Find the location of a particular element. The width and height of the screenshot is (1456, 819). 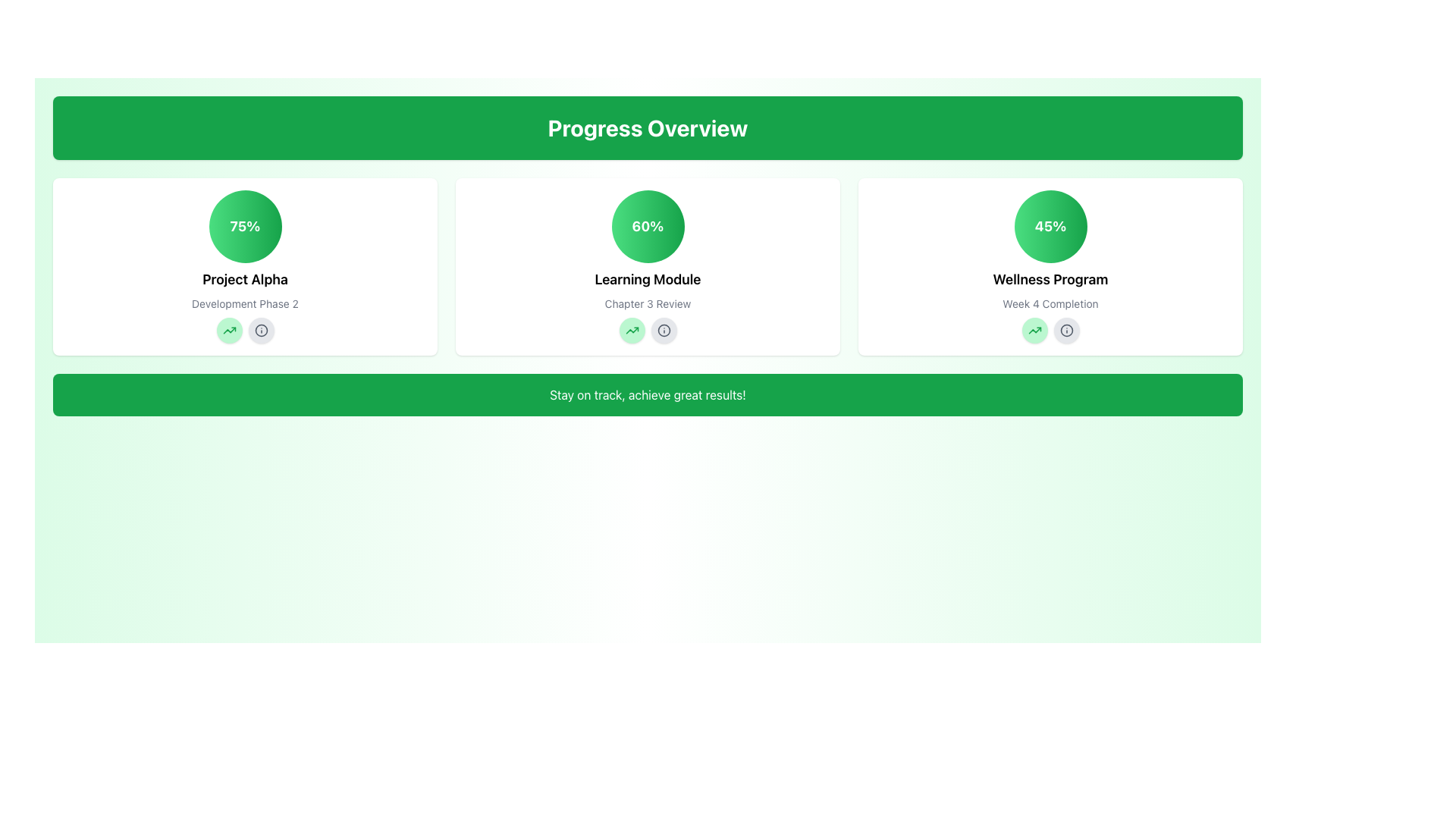

the text label that indicates a specific phase or status related to 'Project Alpha', positioned within a card layout beneath the title is located at coordinates (245, 304).